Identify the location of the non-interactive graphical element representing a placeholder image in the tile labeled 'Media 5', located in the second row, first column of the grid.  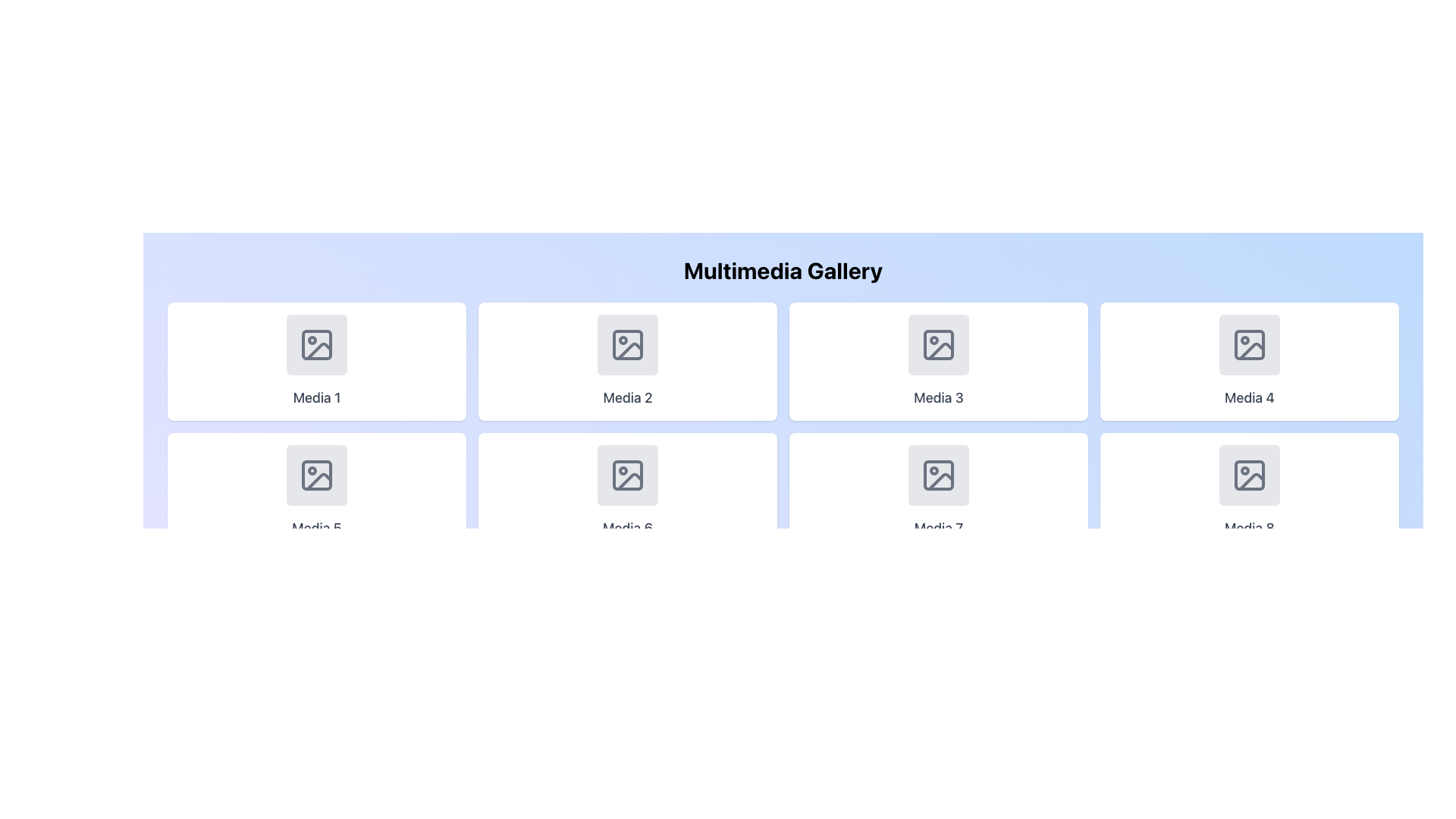
(315, 475).